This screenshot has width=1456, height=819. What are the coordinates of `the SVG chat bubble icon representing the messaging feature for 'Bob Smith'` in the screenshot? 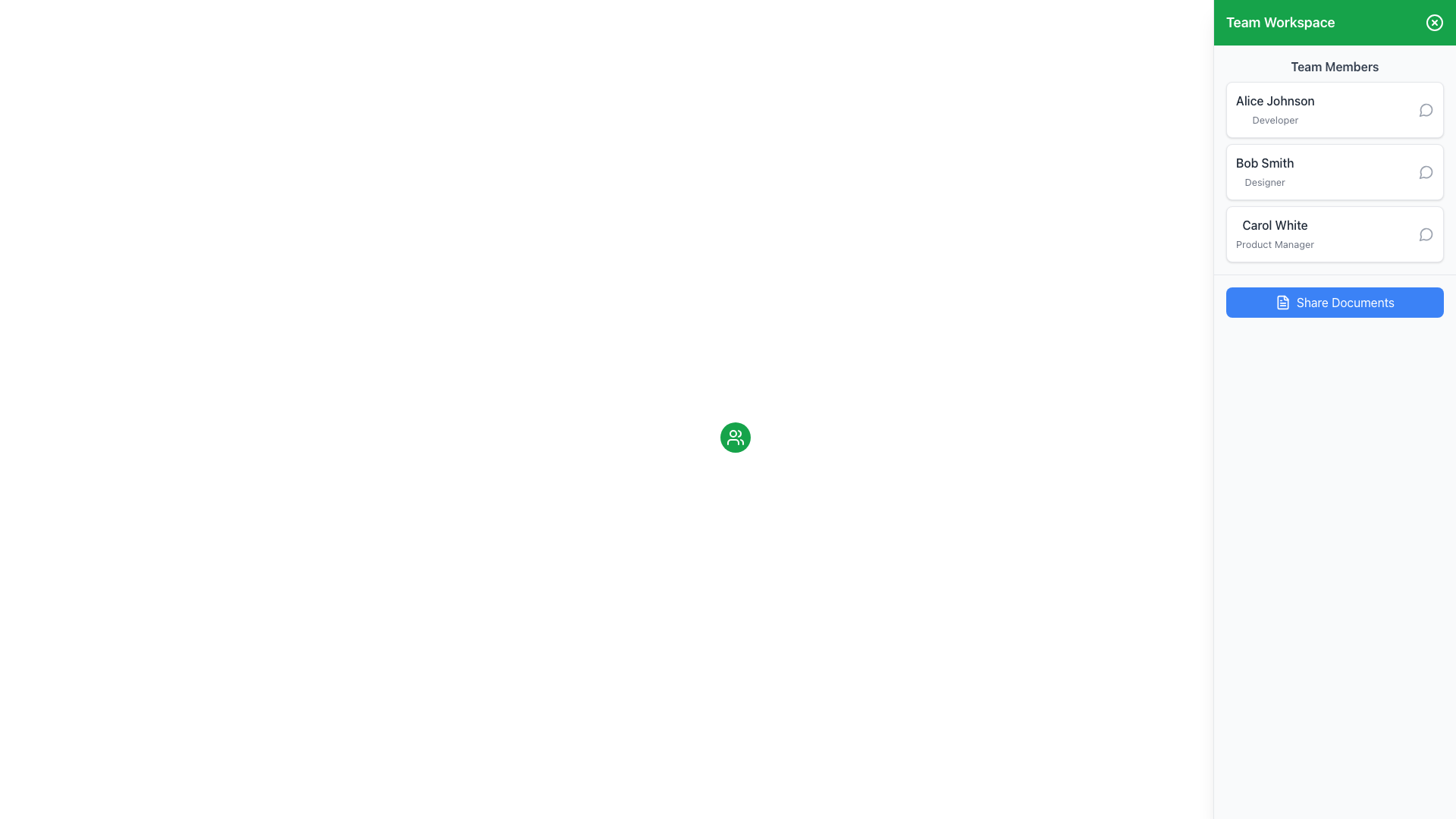 It's located at (1426, 171).